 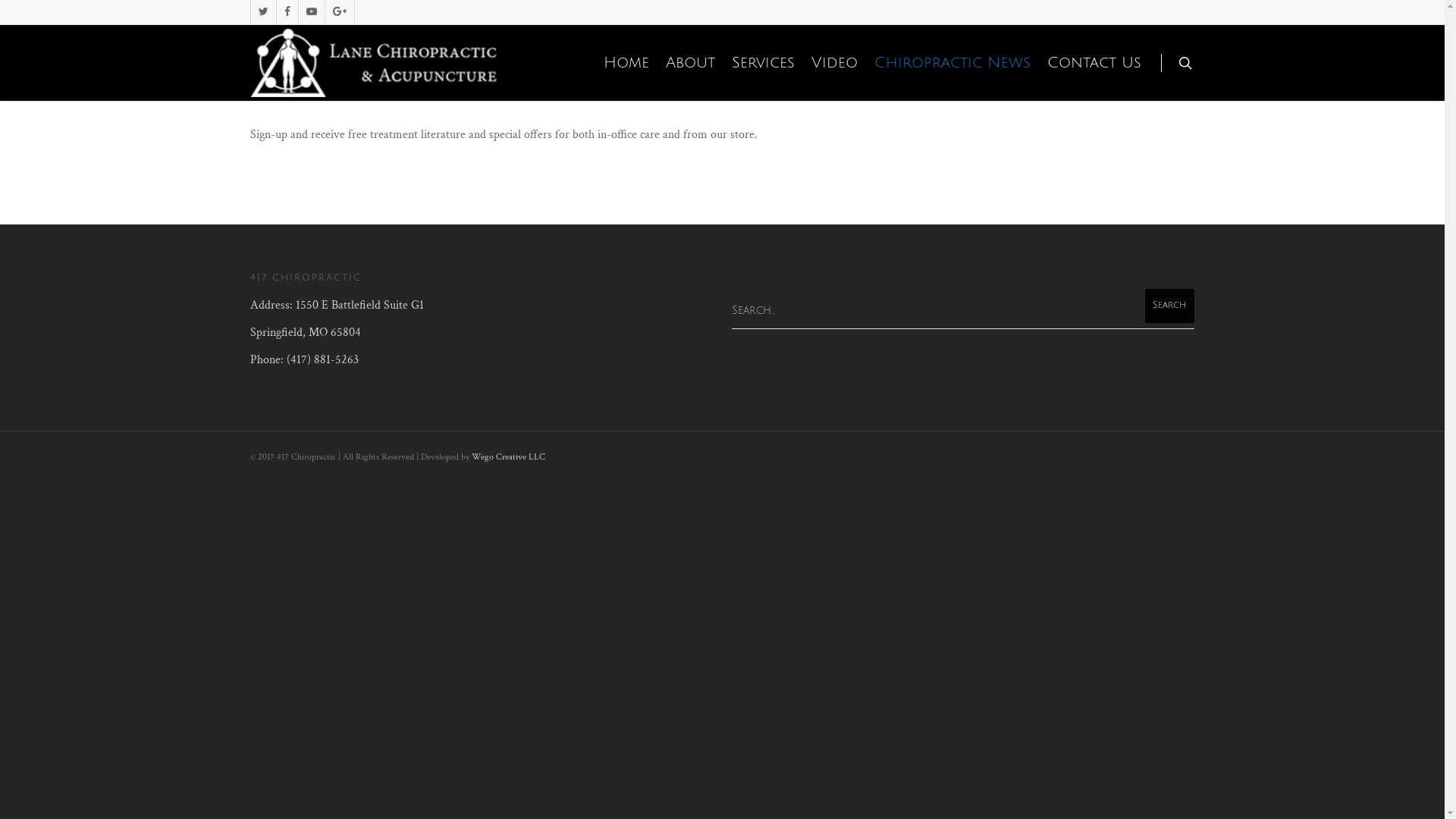 What do you see at coordinates (471, 456) in the screenshot?
I see `'Wego Creative LLC'` at bounding box center [471, 456].